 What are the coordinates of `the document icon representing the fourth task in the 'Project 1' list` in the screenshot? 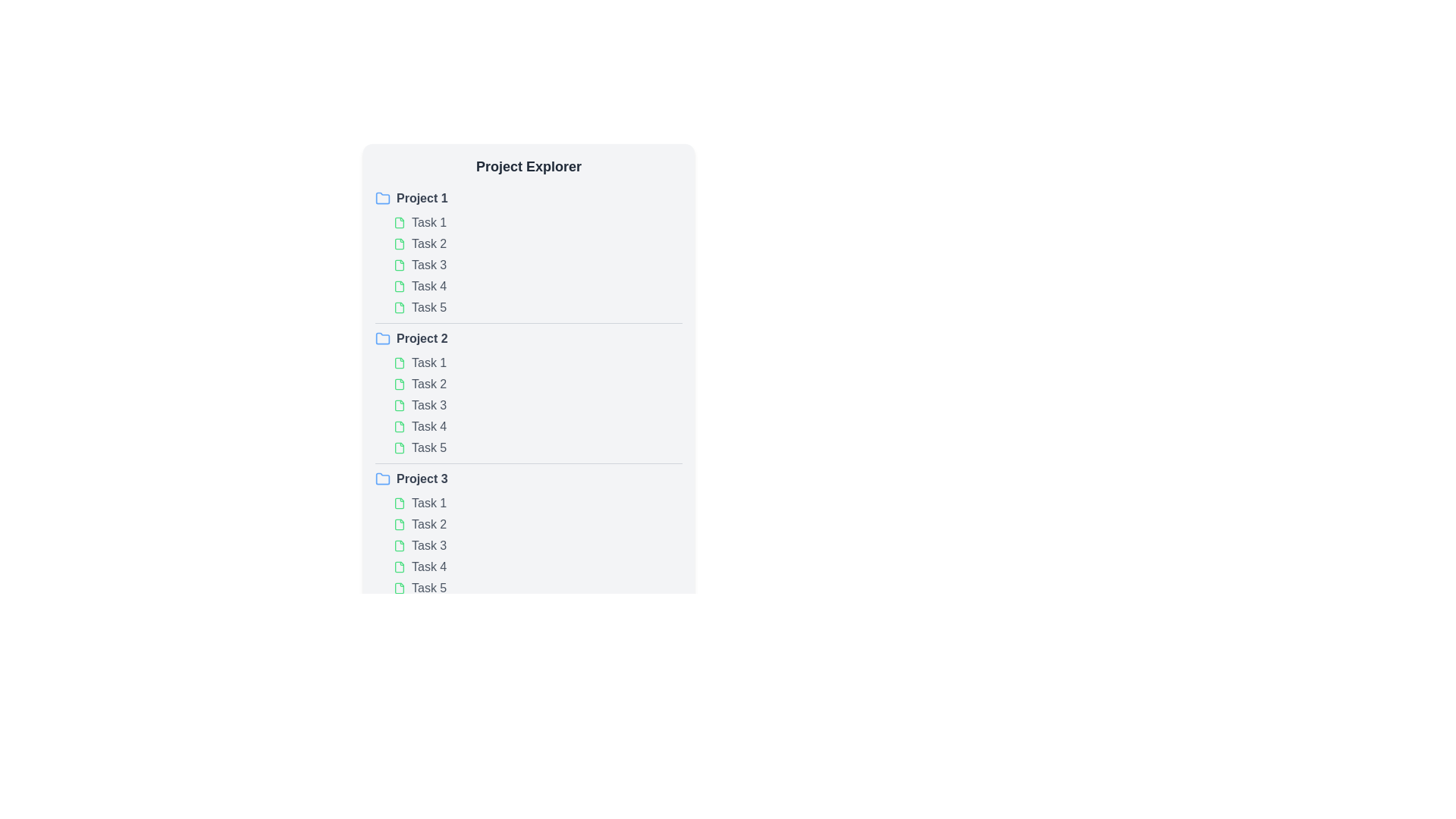 It's located at (400, 287).